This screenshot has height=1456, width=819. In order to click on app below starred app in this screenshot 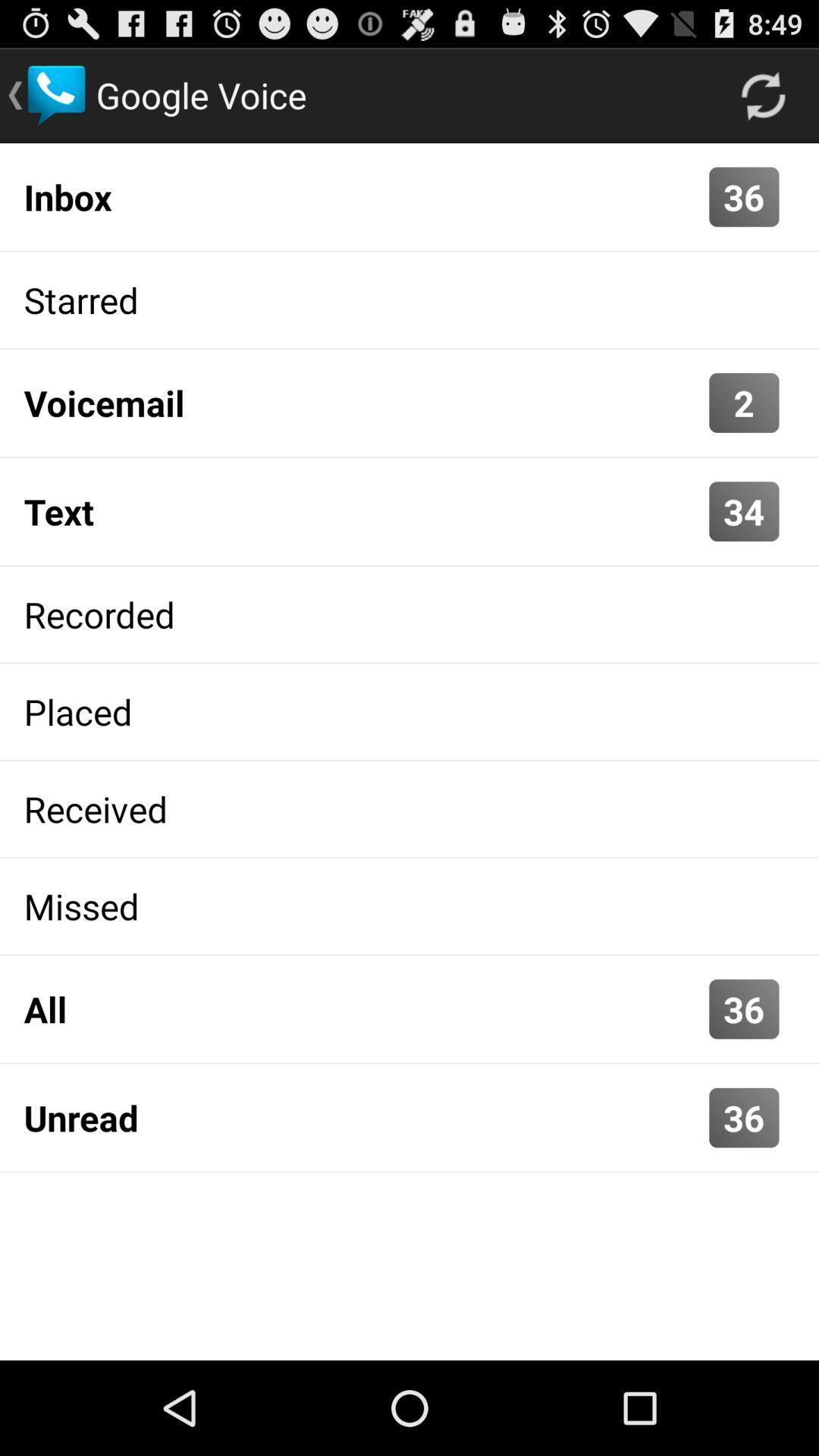, I will do `click(743, 403)`.